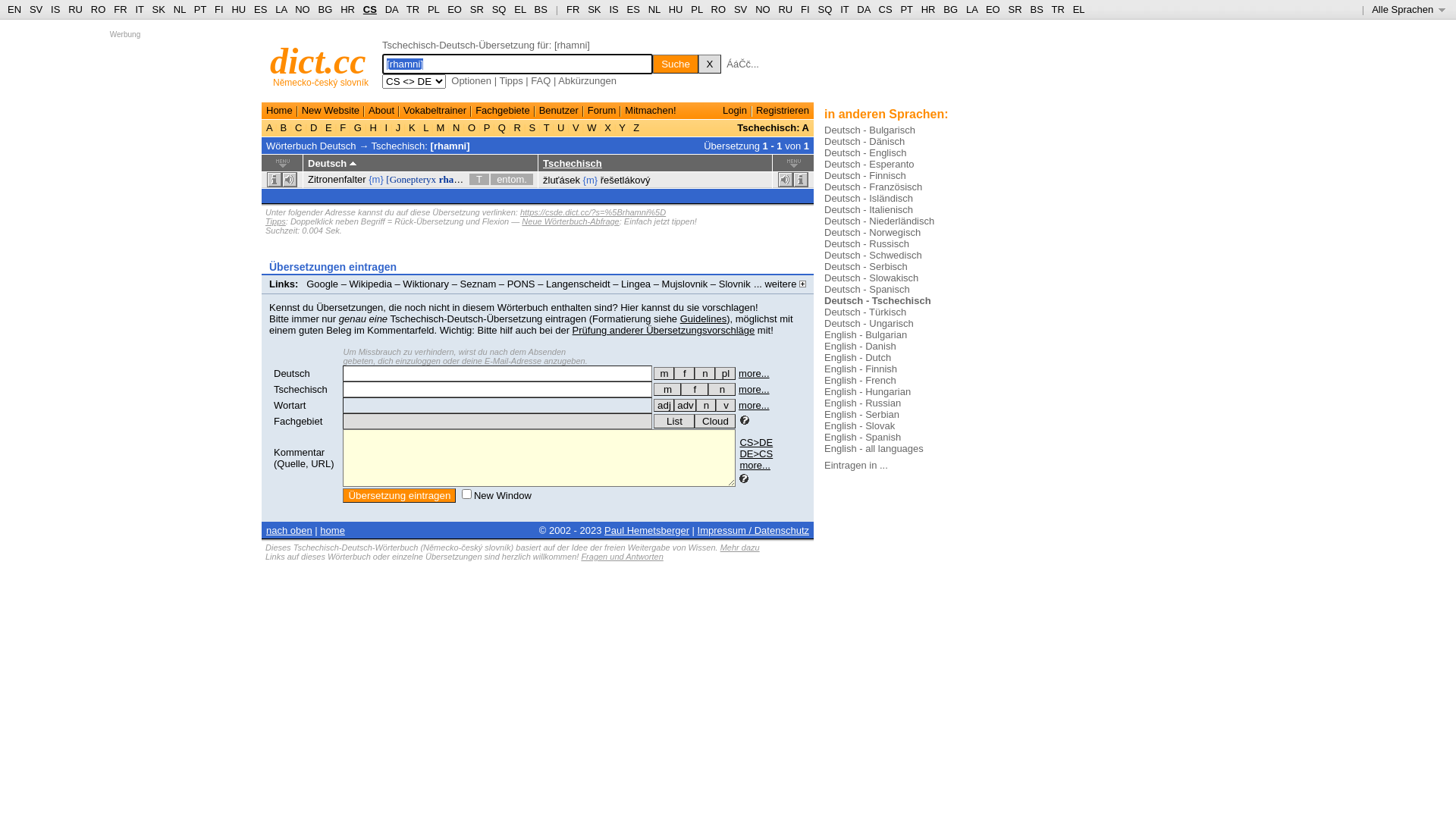 The image size is (1456, 819). Describe the element at coordinates (804, 9) in the screenshot. I see `'FI'` at that location.